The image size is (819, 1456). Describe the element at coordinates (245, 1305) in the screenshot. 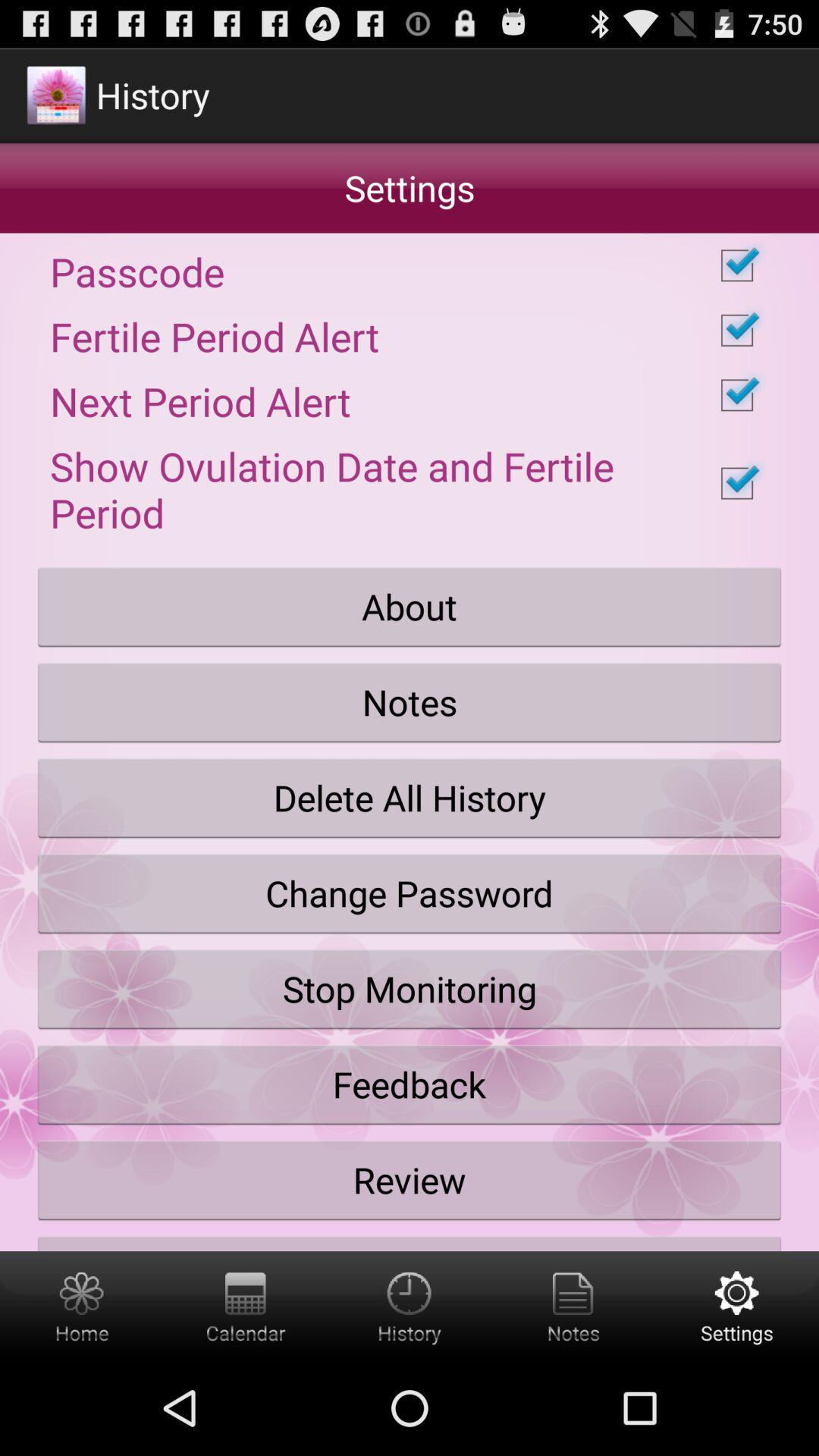

I see `calendar` at that location.